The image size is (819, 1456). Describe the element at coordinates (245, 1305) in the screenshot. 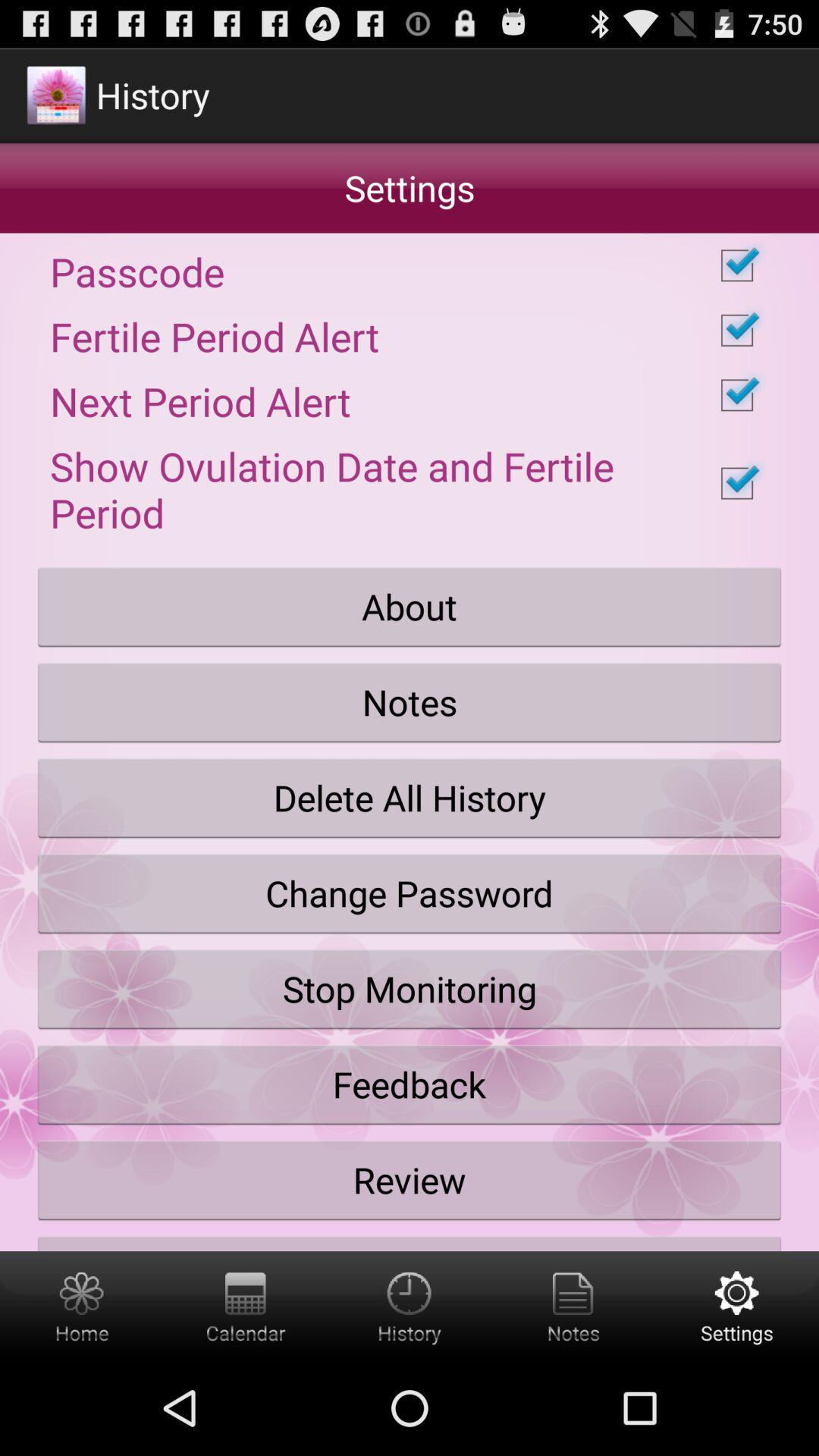

I see `calendar` at that location.